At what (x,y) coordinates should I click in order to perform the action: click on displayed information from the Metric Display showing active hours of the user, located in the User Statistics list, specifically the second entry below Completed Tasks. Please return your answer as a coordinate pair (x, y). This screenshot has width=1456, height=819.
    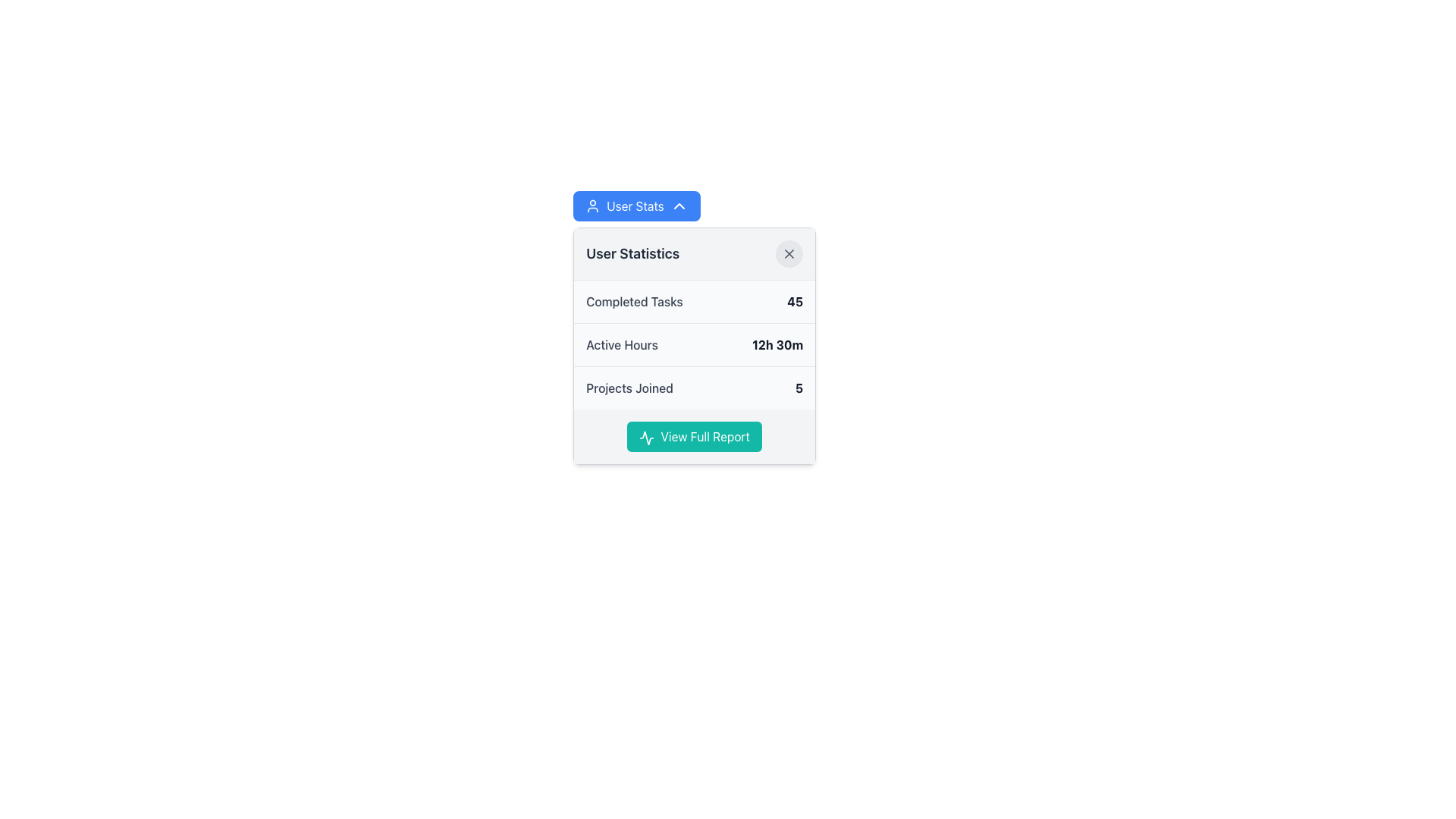
    Looking at the image, I should click on (694, 344).